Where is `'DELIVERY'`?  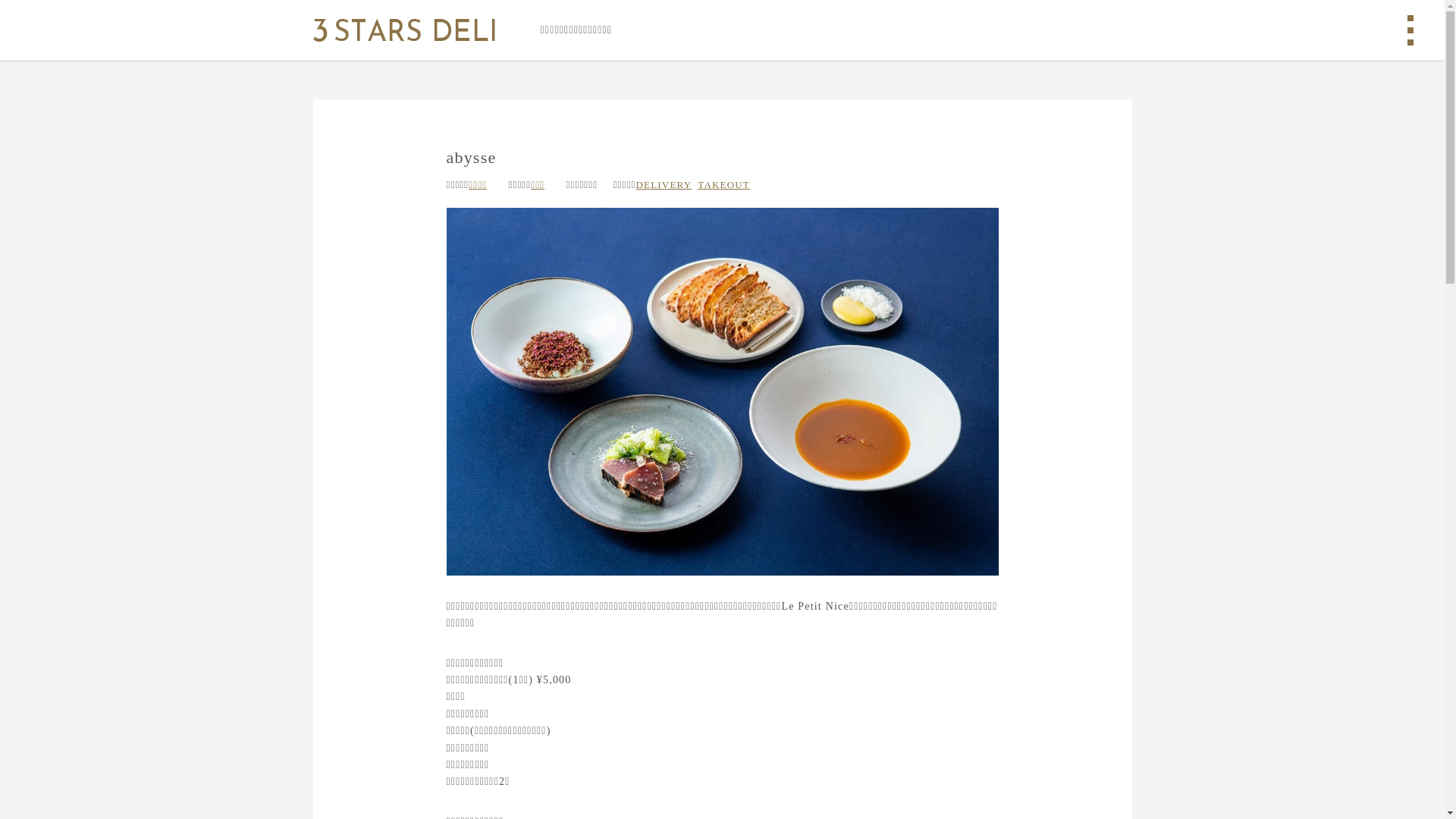 'DELIVERY' is located at coordinates (635, 184).